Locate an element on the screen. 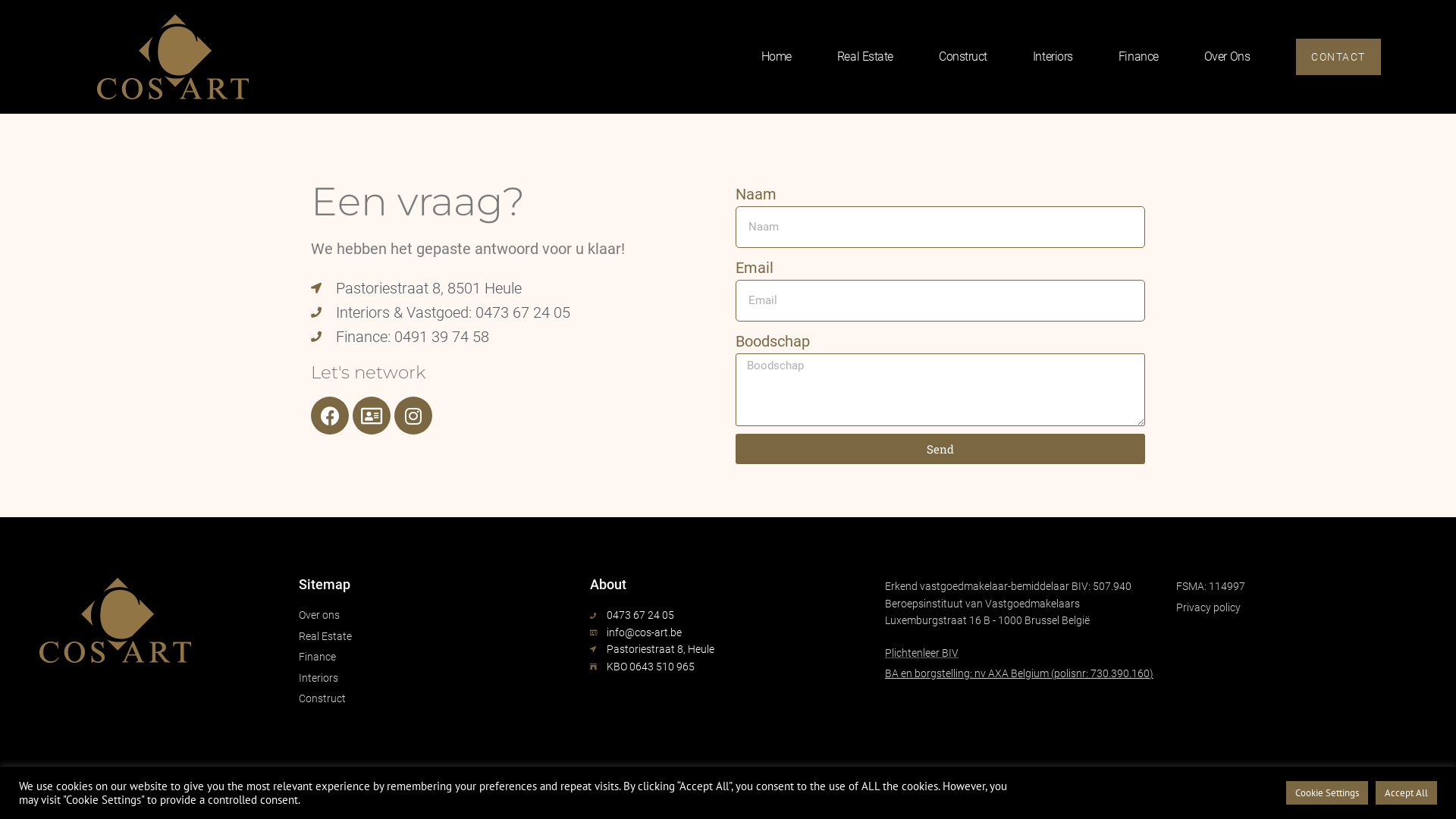 The width and height of the screenshot is (1456, 819). 'Accept All' is located at coordinates (1405, 792).